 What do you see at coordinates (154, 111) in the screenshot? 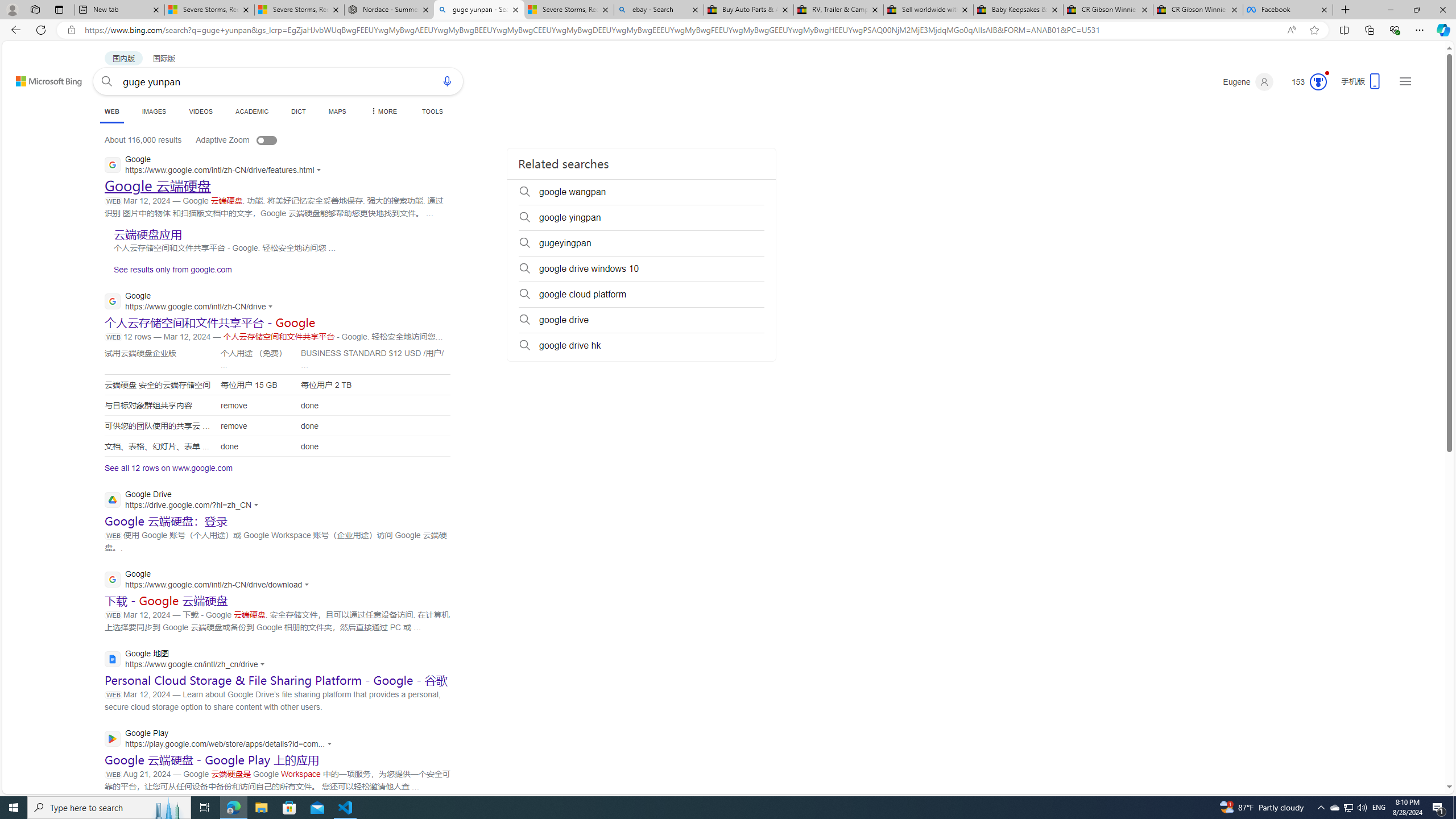
I see `'IMAGES'` at bounding box center [154, 111].